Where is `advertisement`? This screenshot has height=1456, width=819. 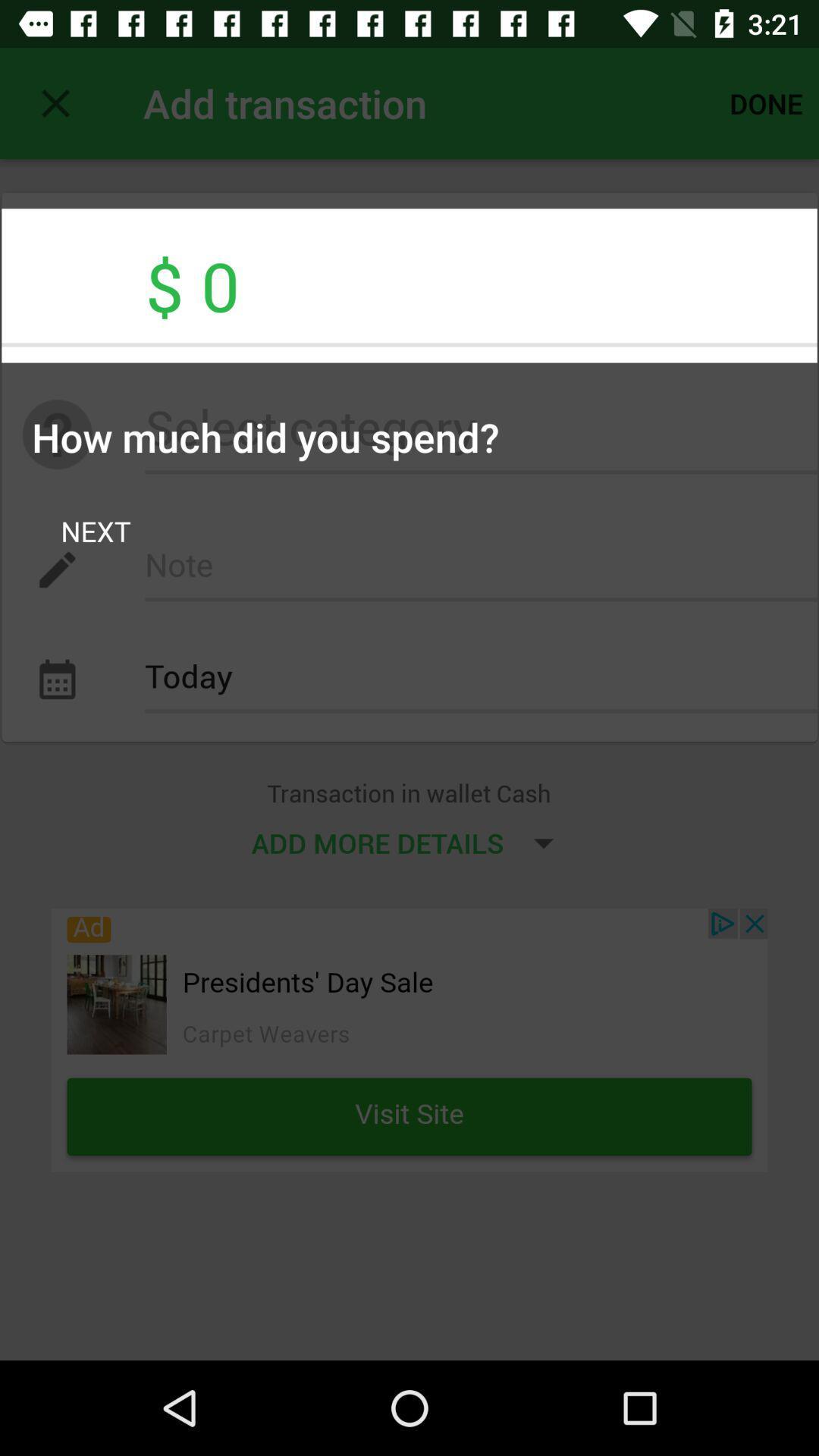
advertisement is located at coordinates (409, 1039).